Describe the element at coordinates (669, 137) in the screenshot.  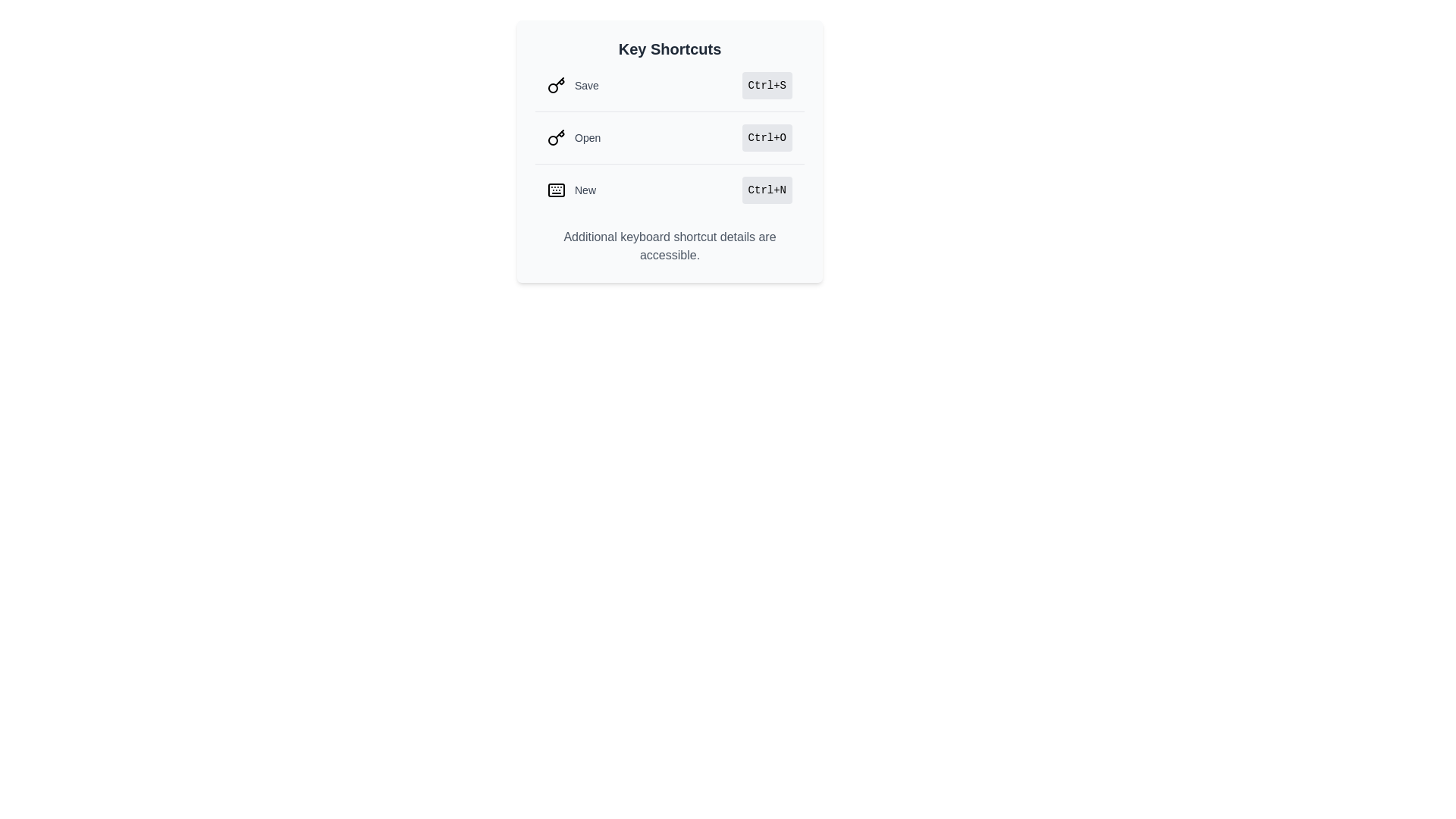
I see `keyboard navigation` at that location.